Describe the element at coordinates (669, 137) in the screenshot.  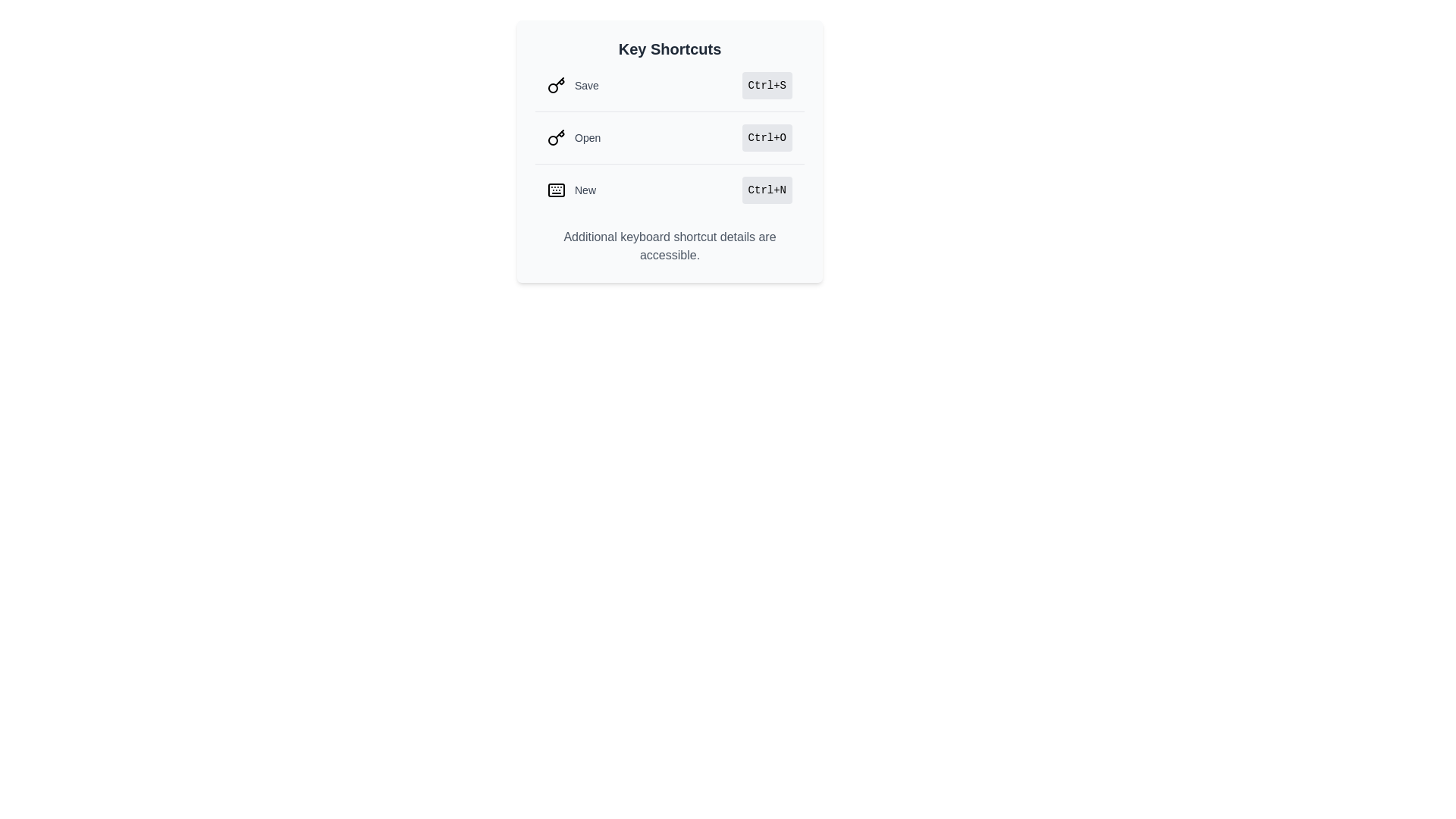
I see `keyboard navigation` at that location.